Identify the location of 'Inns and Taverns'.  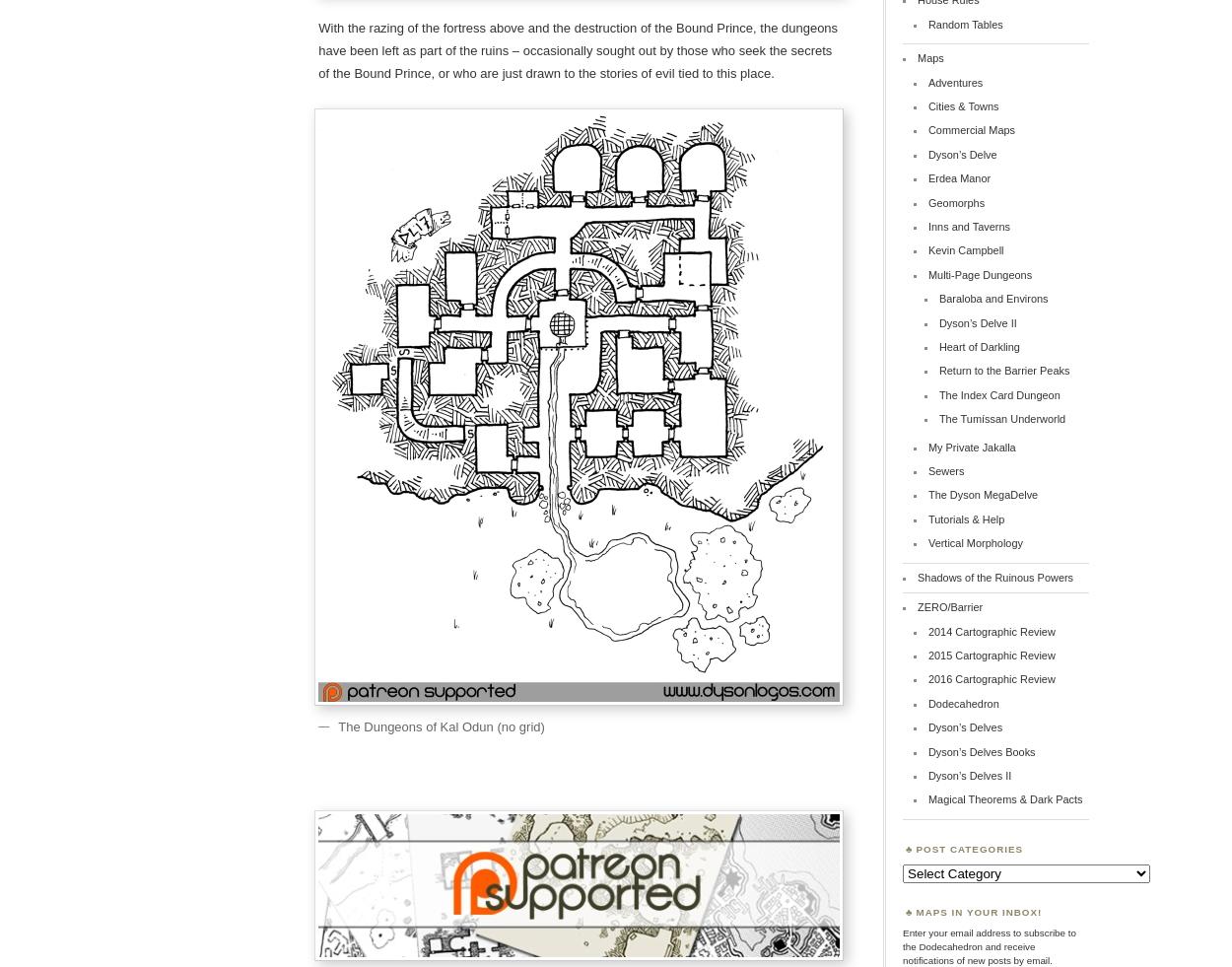
(968, 226).